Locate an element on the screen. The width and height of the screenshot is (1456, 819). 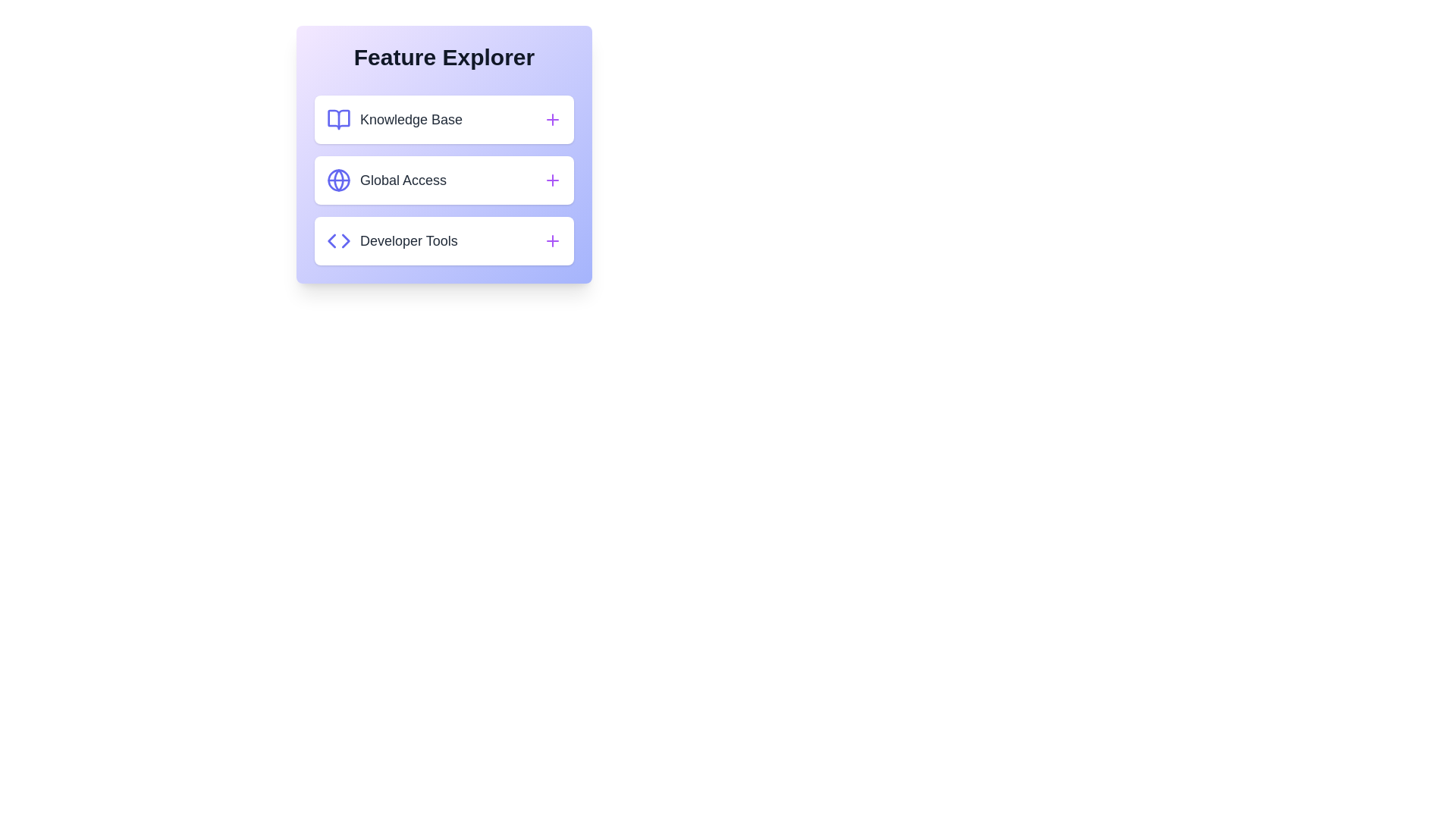
the list item Global Access to observe its hover effect is located at coordinates (443, 180).